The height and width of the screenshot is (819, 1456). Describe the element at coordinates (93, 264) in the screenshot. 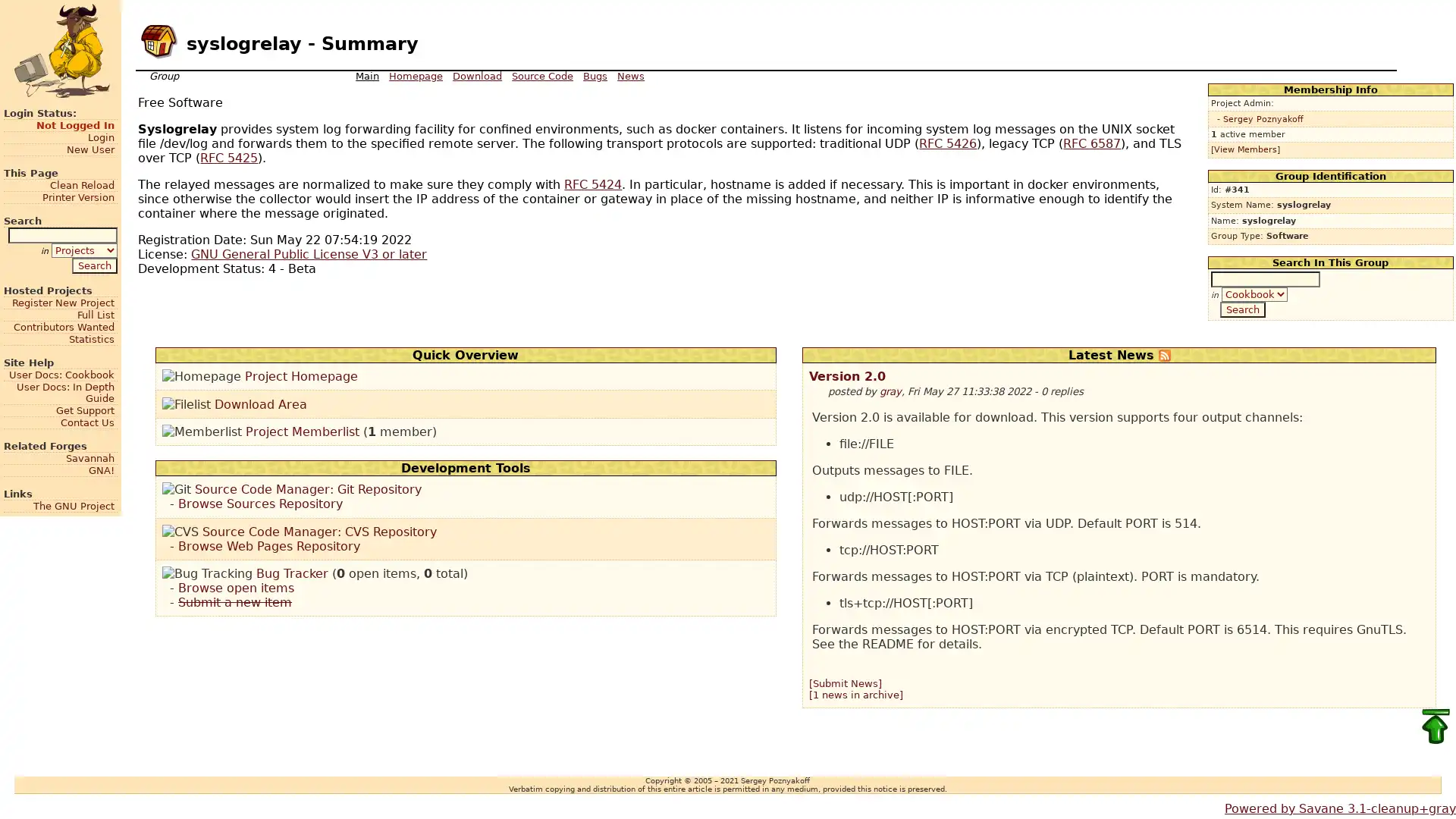

I see `Search` at that location.